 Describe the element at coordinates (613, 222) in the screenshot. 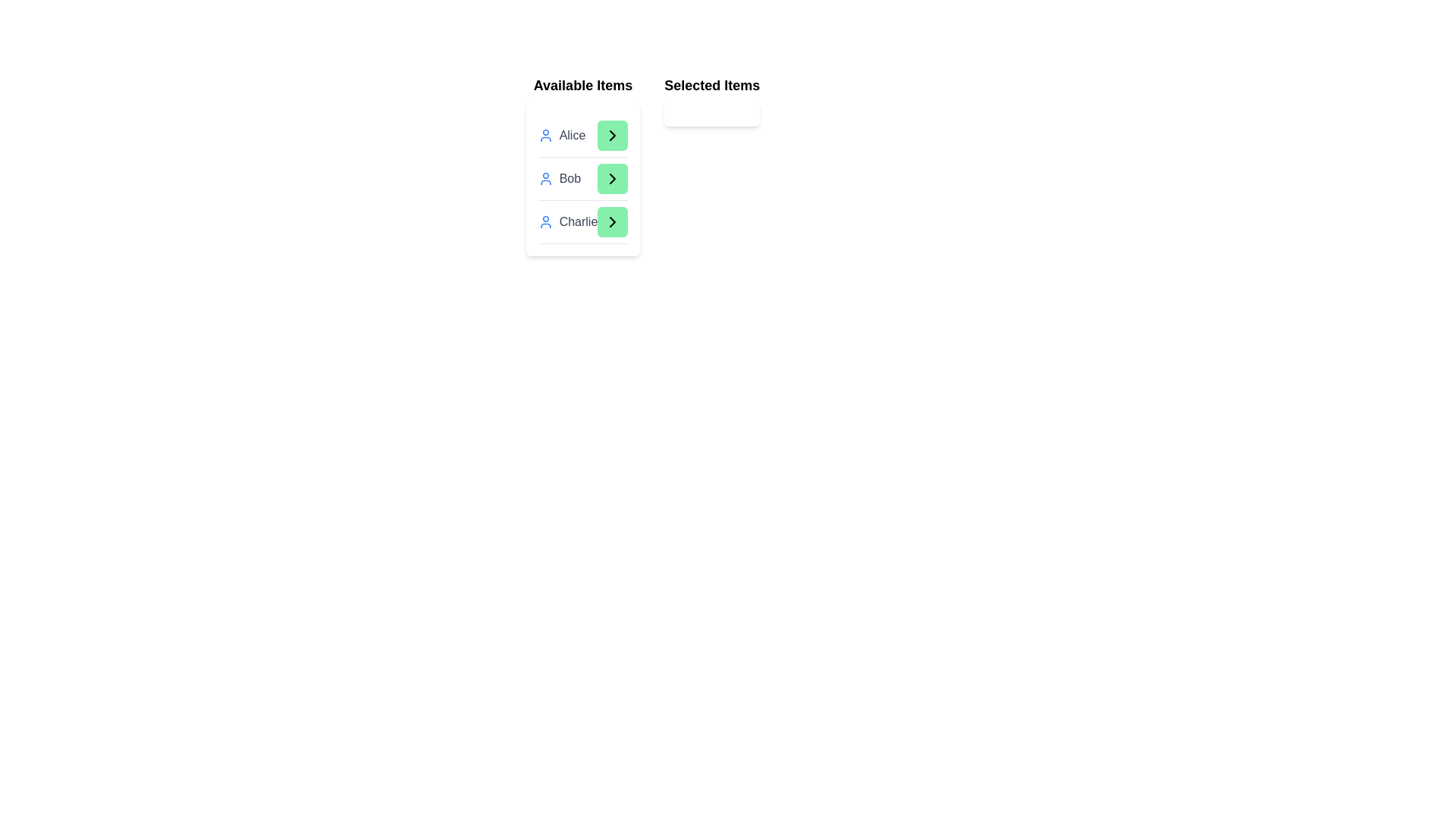

I see `green arrow button next to the item Charlie in the 'Available Items' list to transfer it to the 'Selected Items' list` at that location.